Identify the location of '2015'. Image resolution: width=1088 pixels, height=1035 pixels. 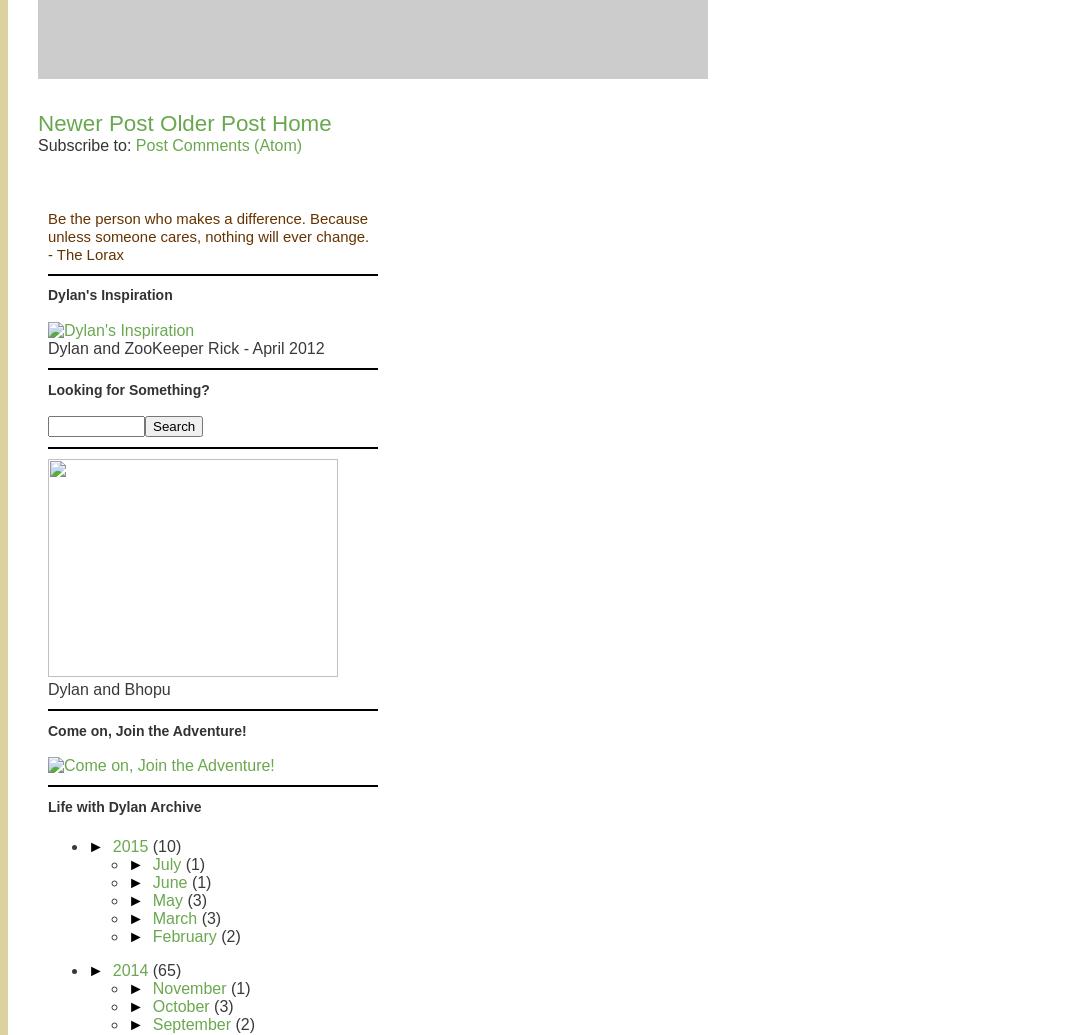
(131, 845).